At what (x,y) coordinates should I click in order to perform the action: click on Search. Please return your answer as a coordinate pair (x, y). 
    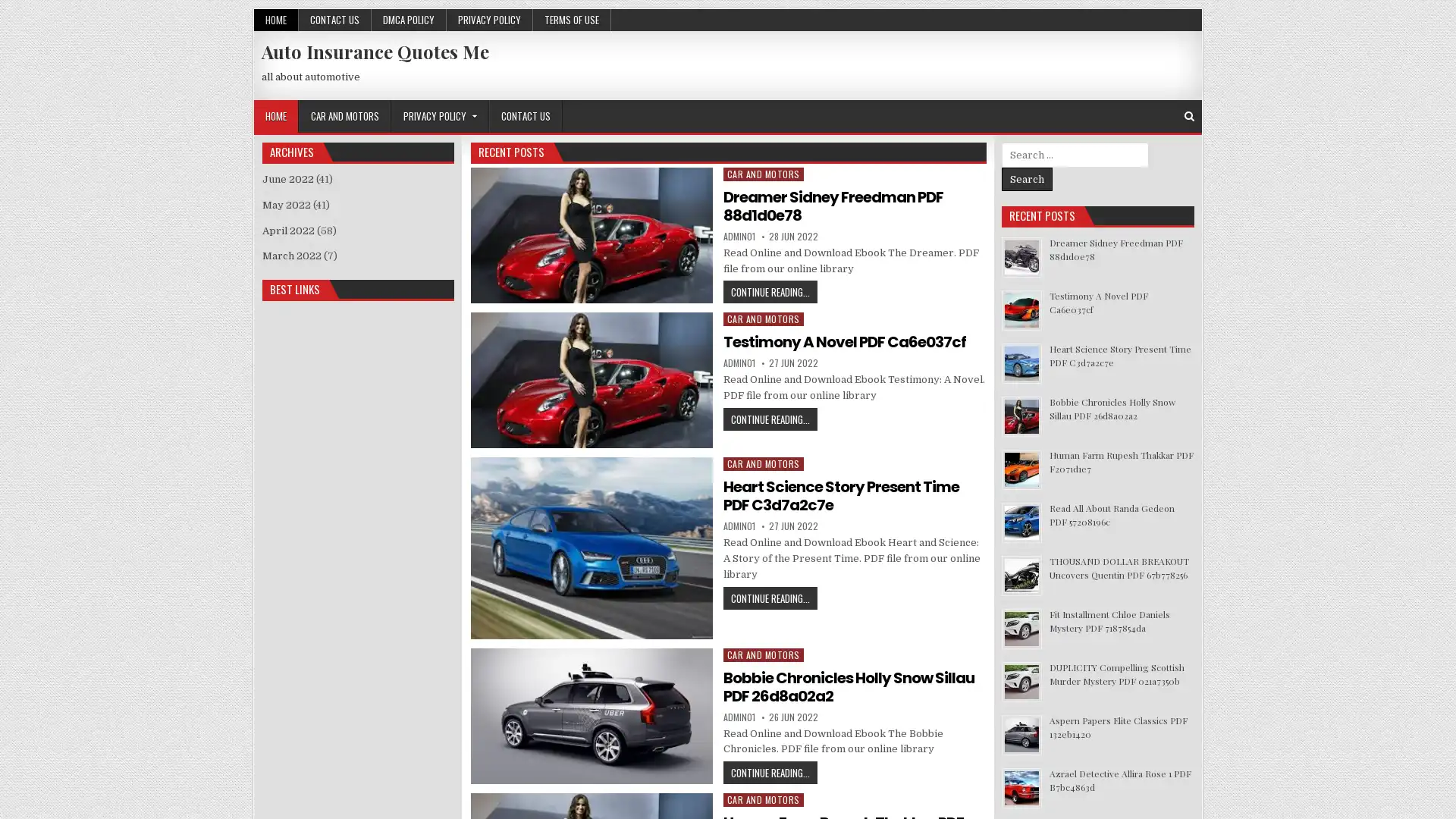
    Looking at the image, I should click on (1027, 178).